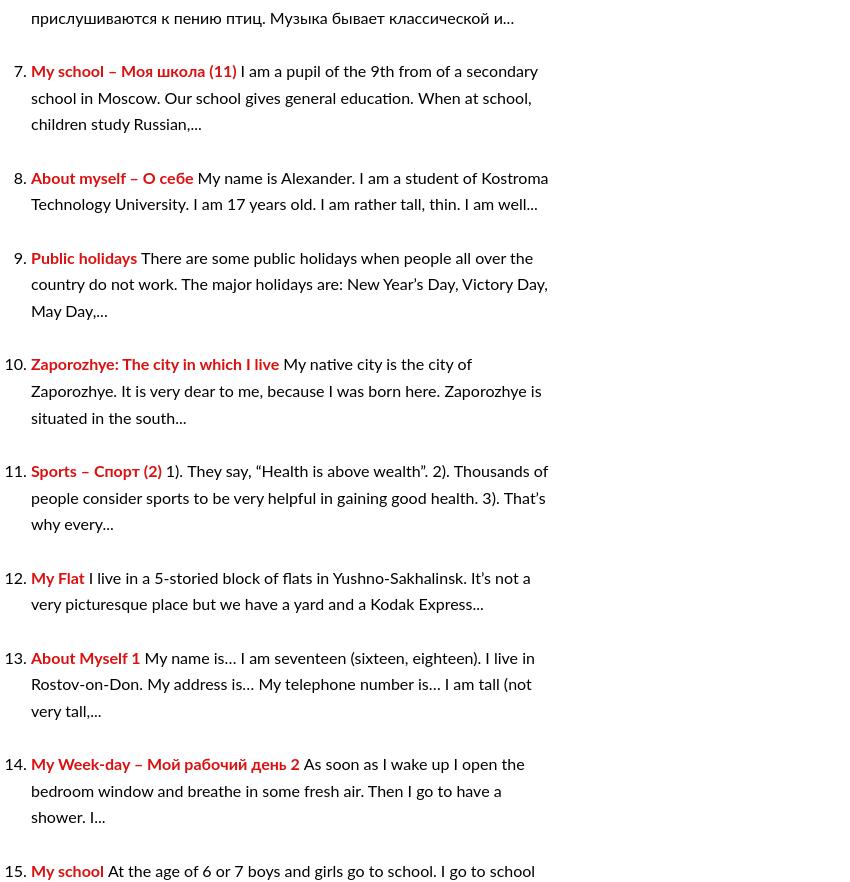 The height and width of the screenshot is (882, 850). I want to click on 'Sports – Спорт (2)', so click(97, 470).